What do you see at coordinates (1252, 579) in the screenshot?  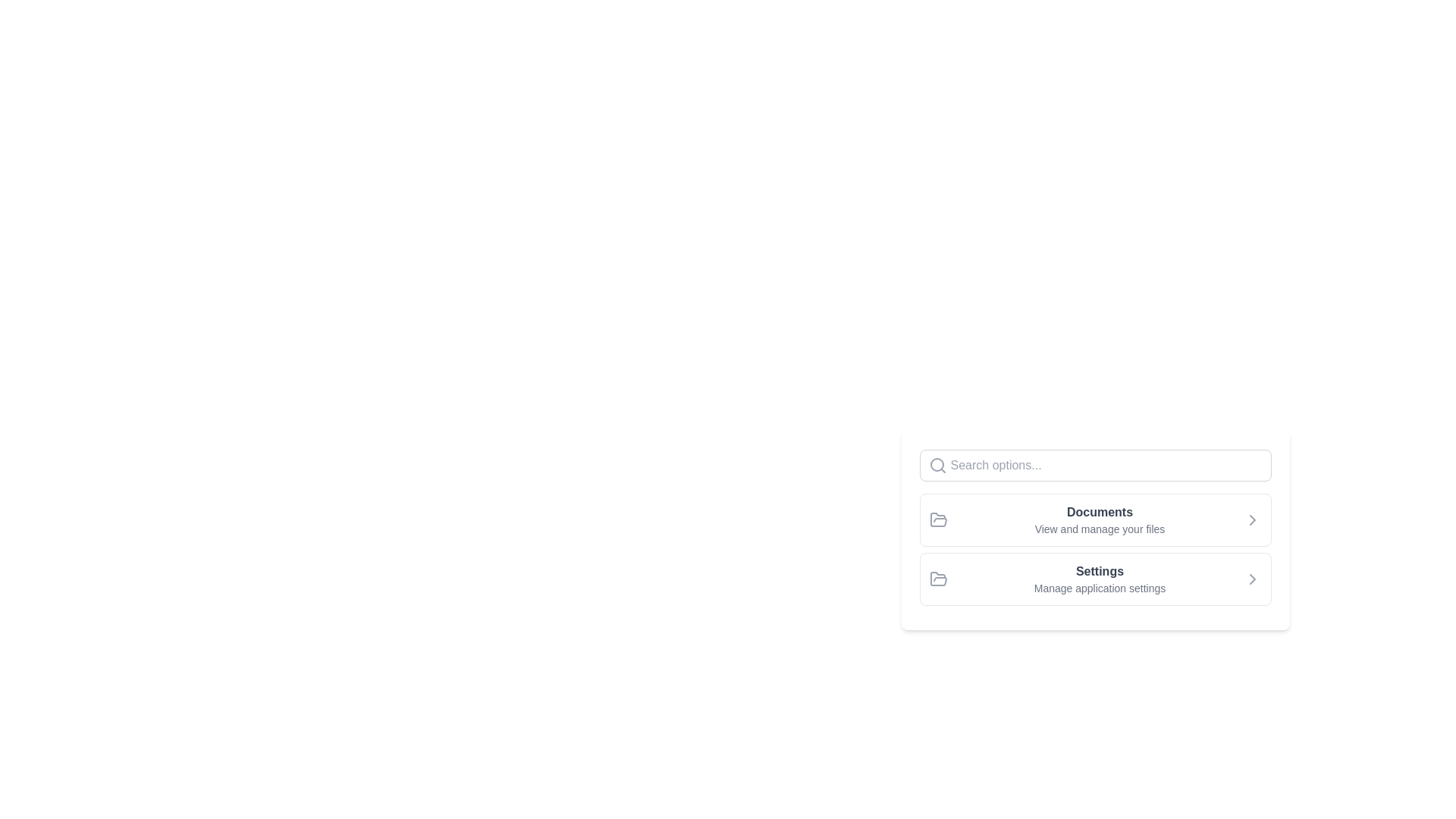 I see `the small right-facing chevron icon, styled with a thin gray line, located to the right of 'Manage application settings' within the 'Settings' section` at bounding box center [1252, 579].